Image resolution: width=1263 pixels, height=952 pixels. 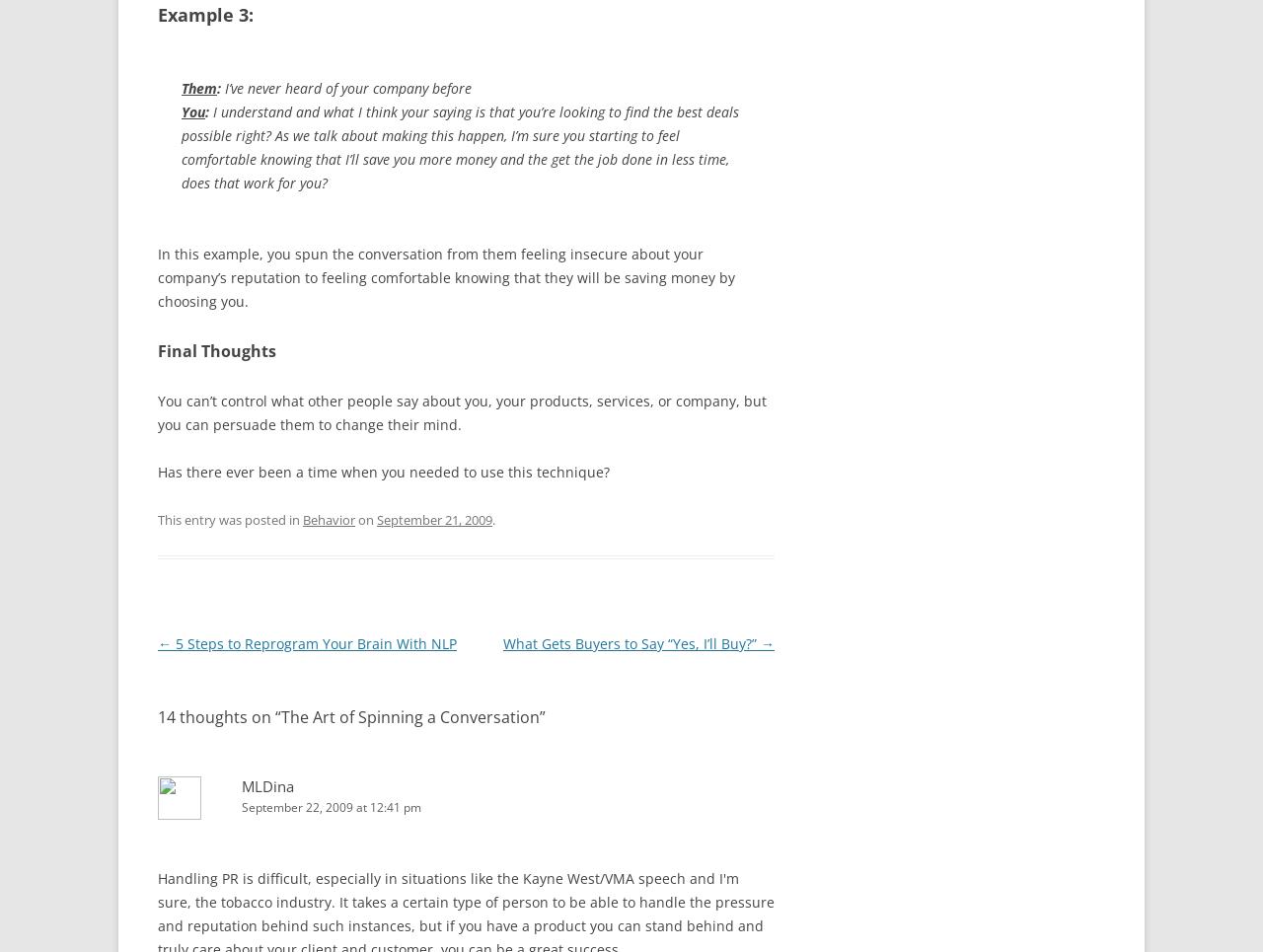 What do you see at coordinates (445, 276) in the screenshot?
I see `'In this example, you spun the conversation from them feeling insecure about your company’s reputation to feeling comfortable knowing that they will be saving money by choosing you.'` at bounding box center [445, 276].